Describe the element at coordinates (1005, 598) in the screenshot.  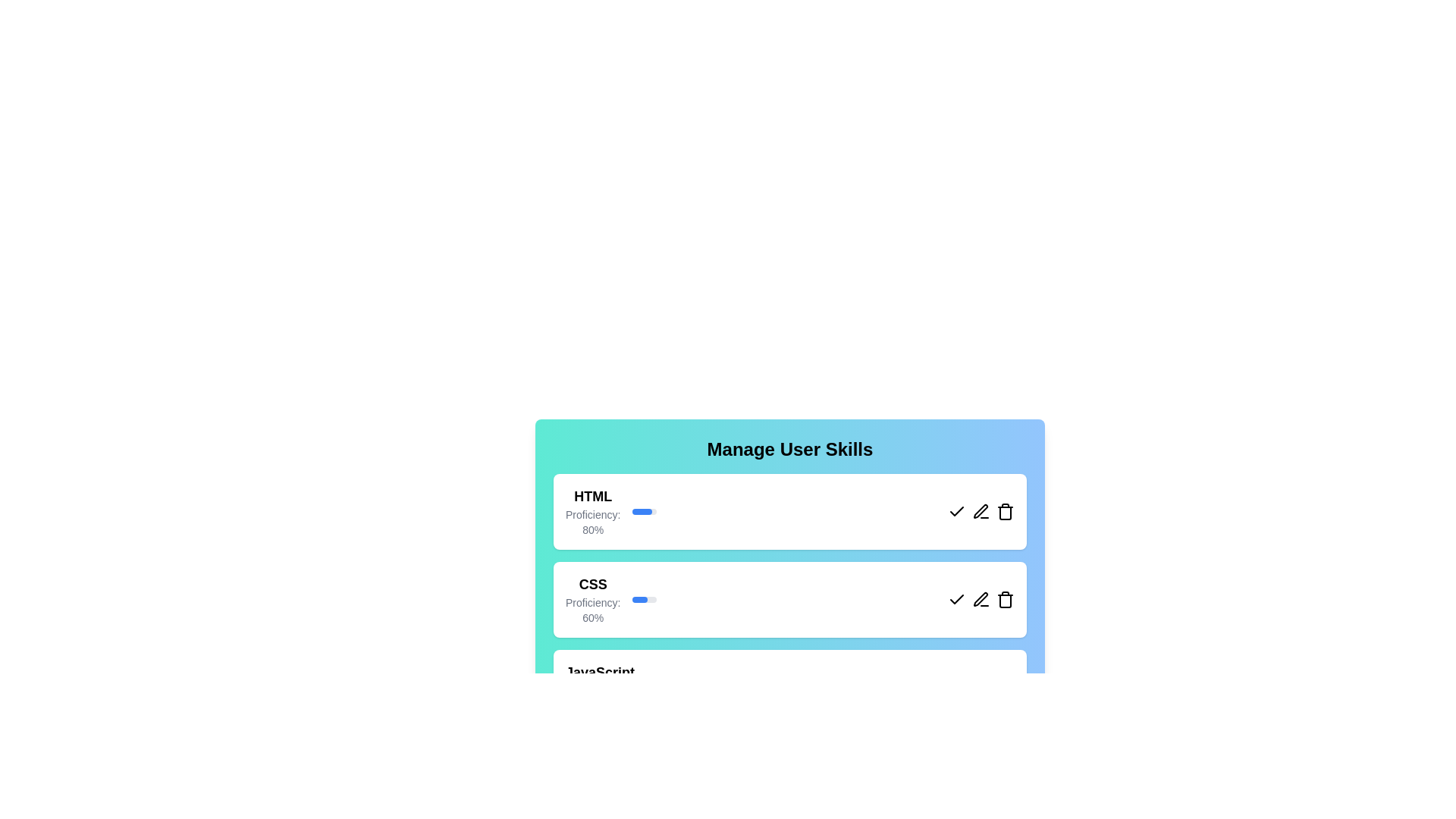
I see `the delete button for the skill CSS` at that location.